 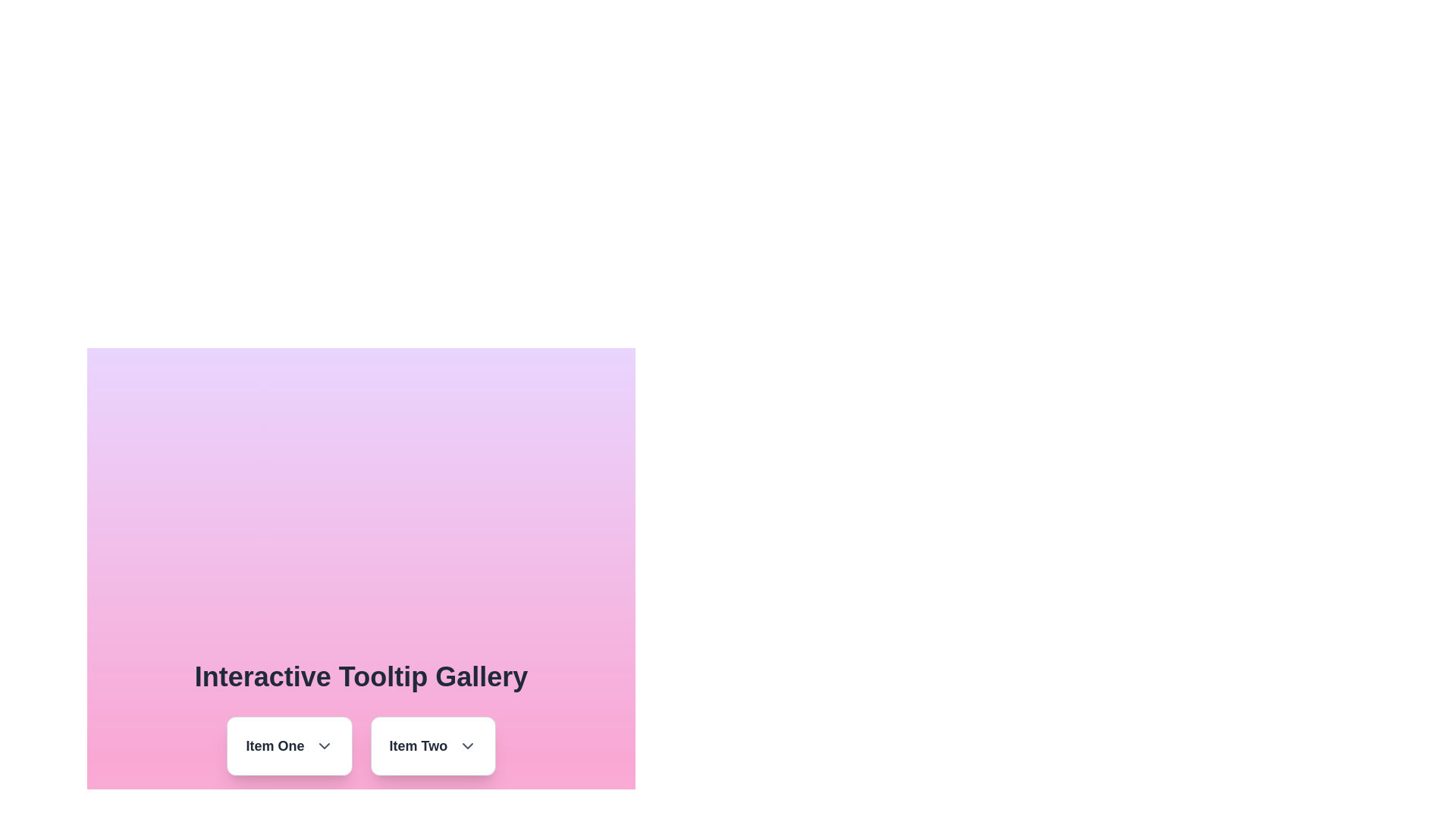 What do you see at coordinates (360, 676) in the screenshot?
I see `the prominently displayed static text 'Interactive Tooltip Gallery' which is bold, large, and black, positioned against a vibrant gradient background, and located above the interactive items list` at bounding box center [360, 676].